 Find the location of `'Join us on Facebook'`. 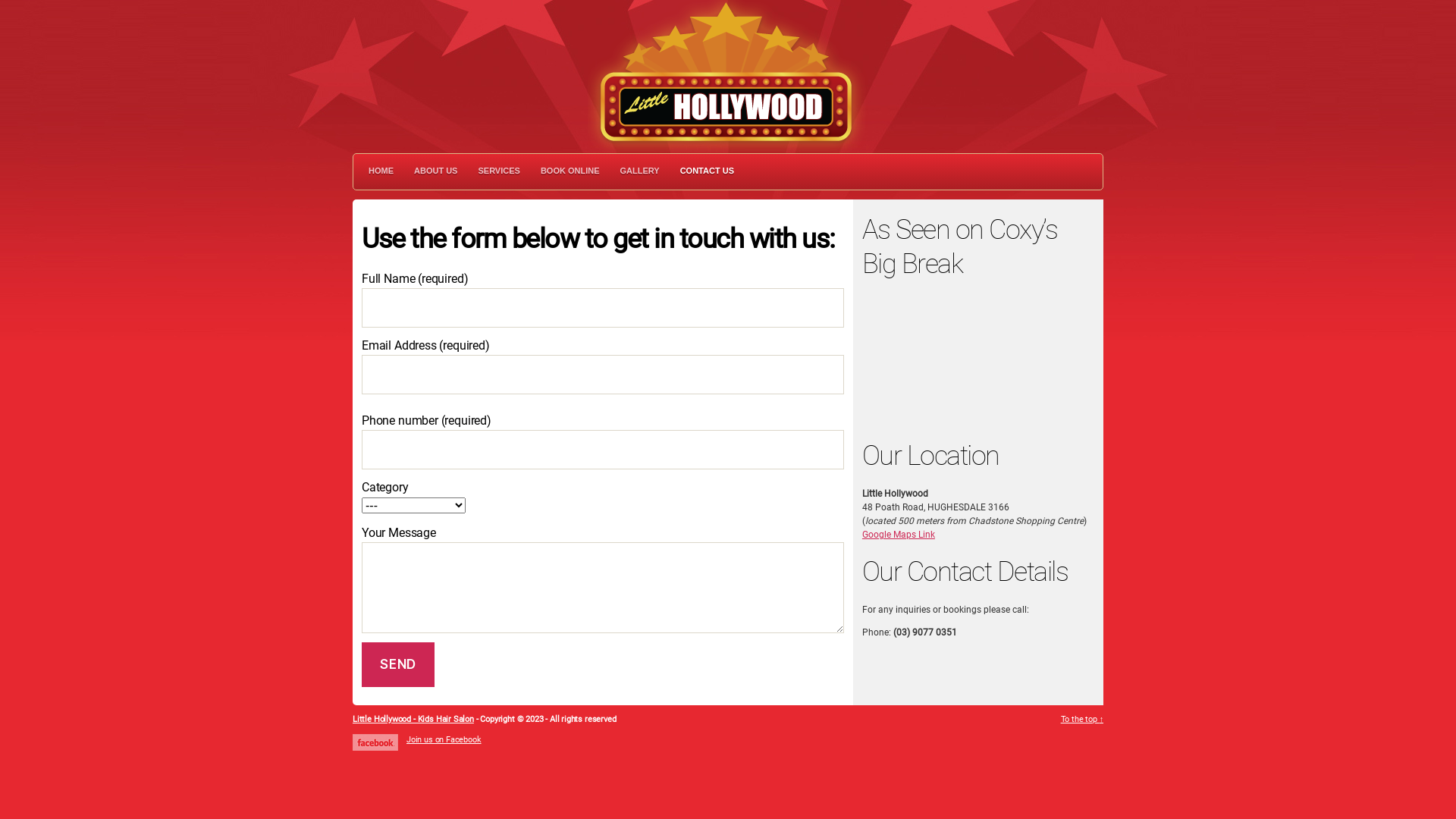

'Join us on Facebook' is located at coordinates (443, 739).